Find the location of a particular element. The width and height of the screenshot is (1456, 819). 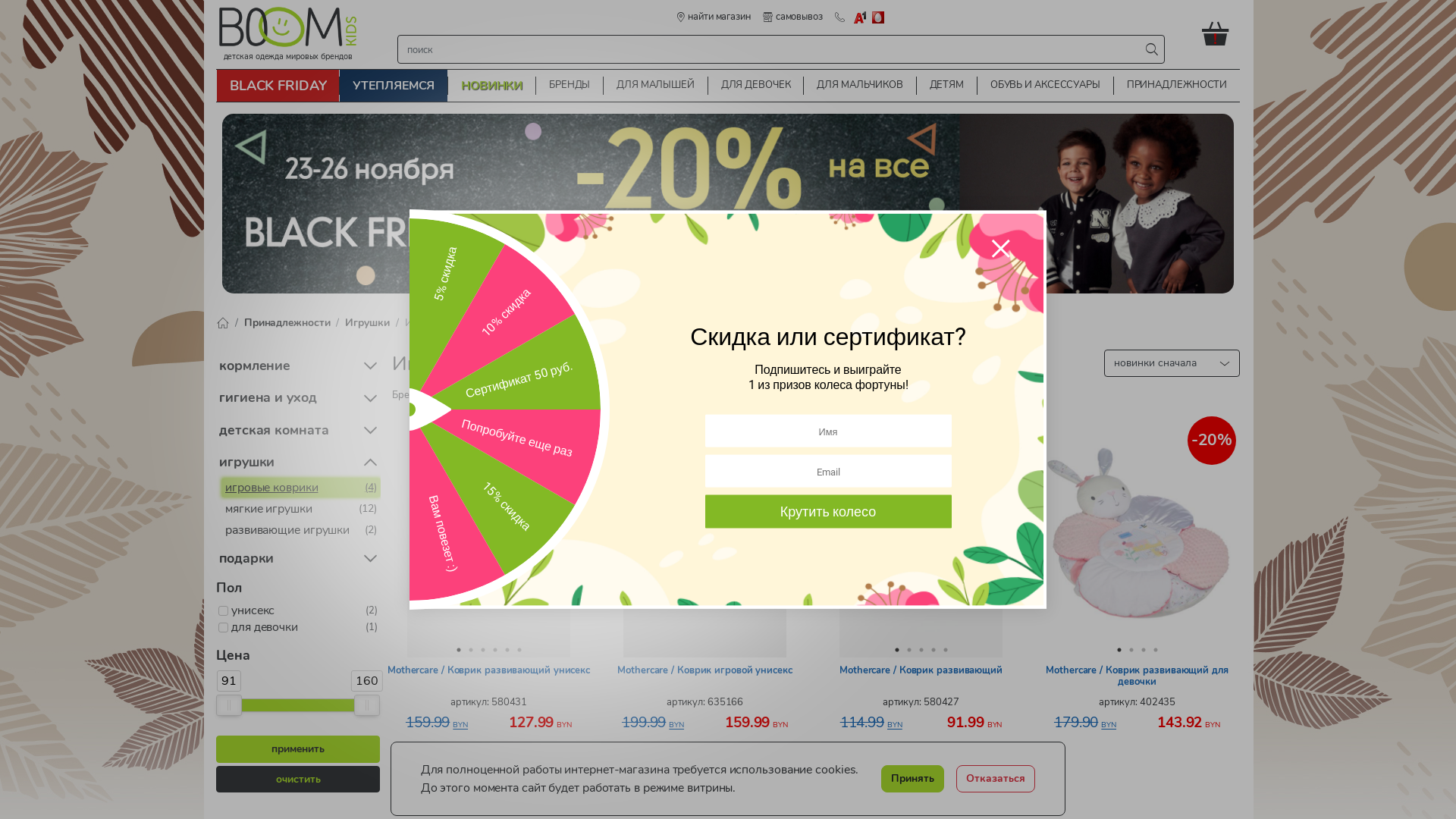

'2' is located at coordinates (908, 648).